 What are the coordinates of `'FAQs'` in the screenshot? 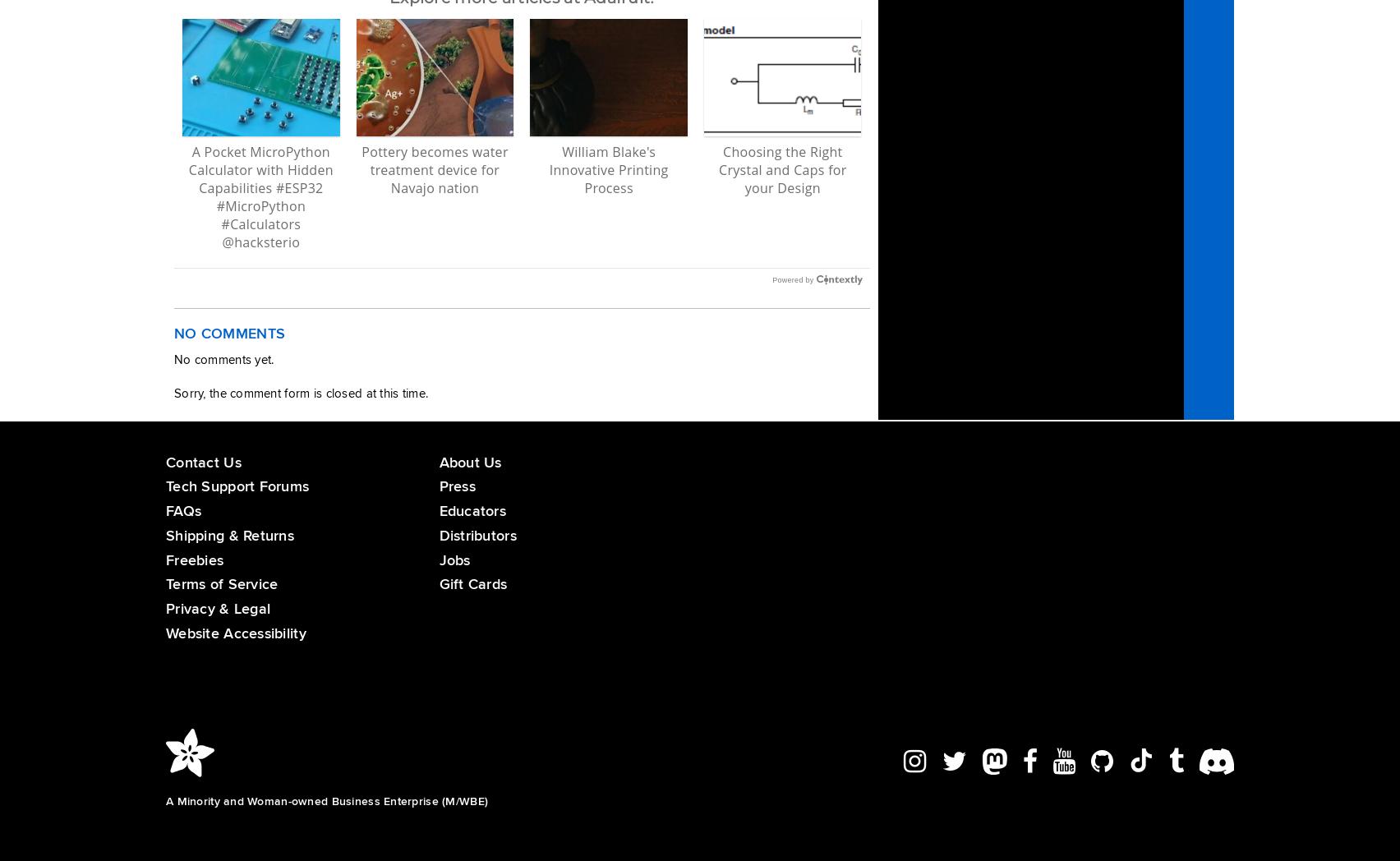 It's located at (165, 509).